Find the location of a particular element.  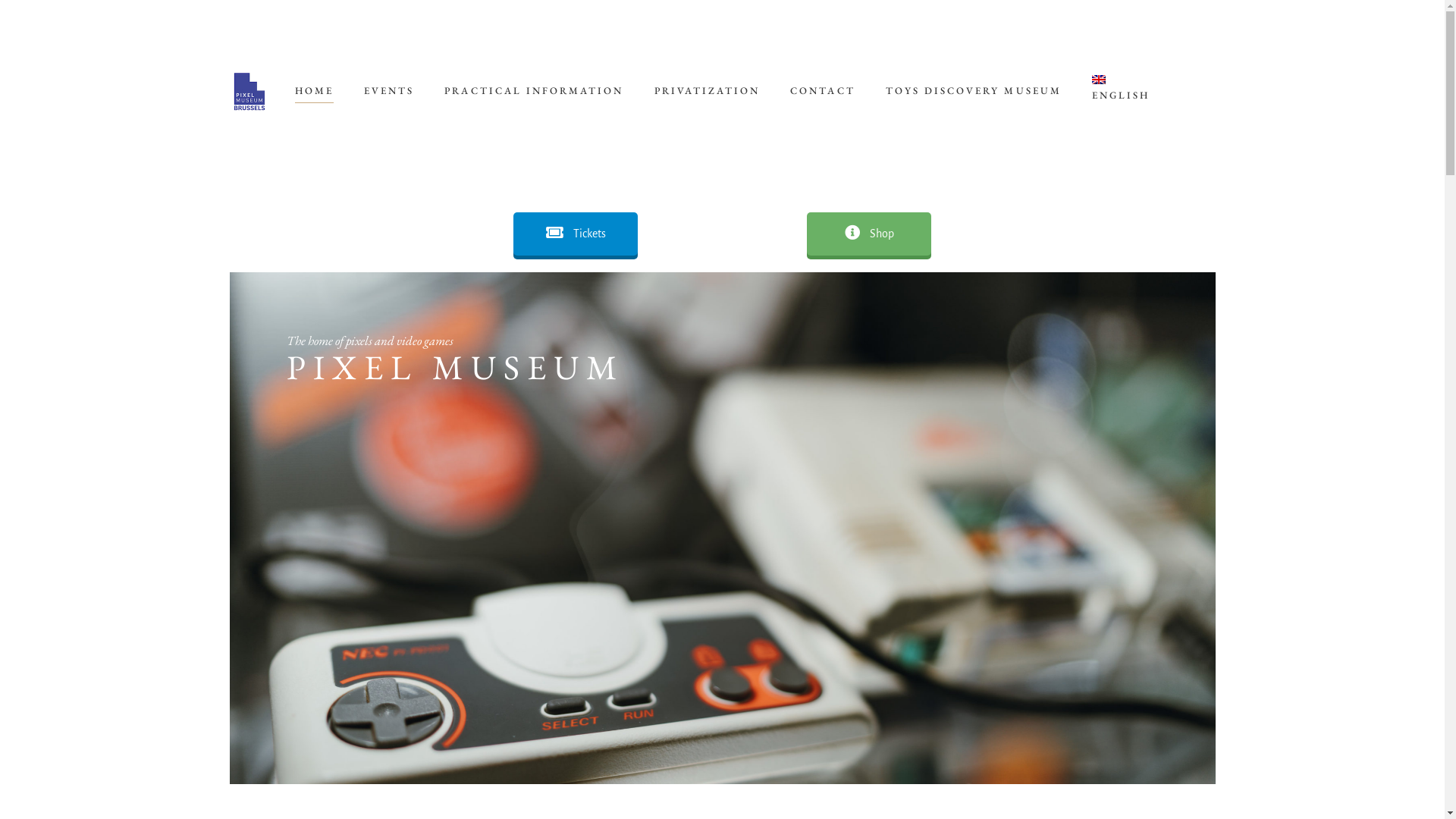

'TOYS DISCOVERY MUSEUM' is located at coordinates (973, 90).